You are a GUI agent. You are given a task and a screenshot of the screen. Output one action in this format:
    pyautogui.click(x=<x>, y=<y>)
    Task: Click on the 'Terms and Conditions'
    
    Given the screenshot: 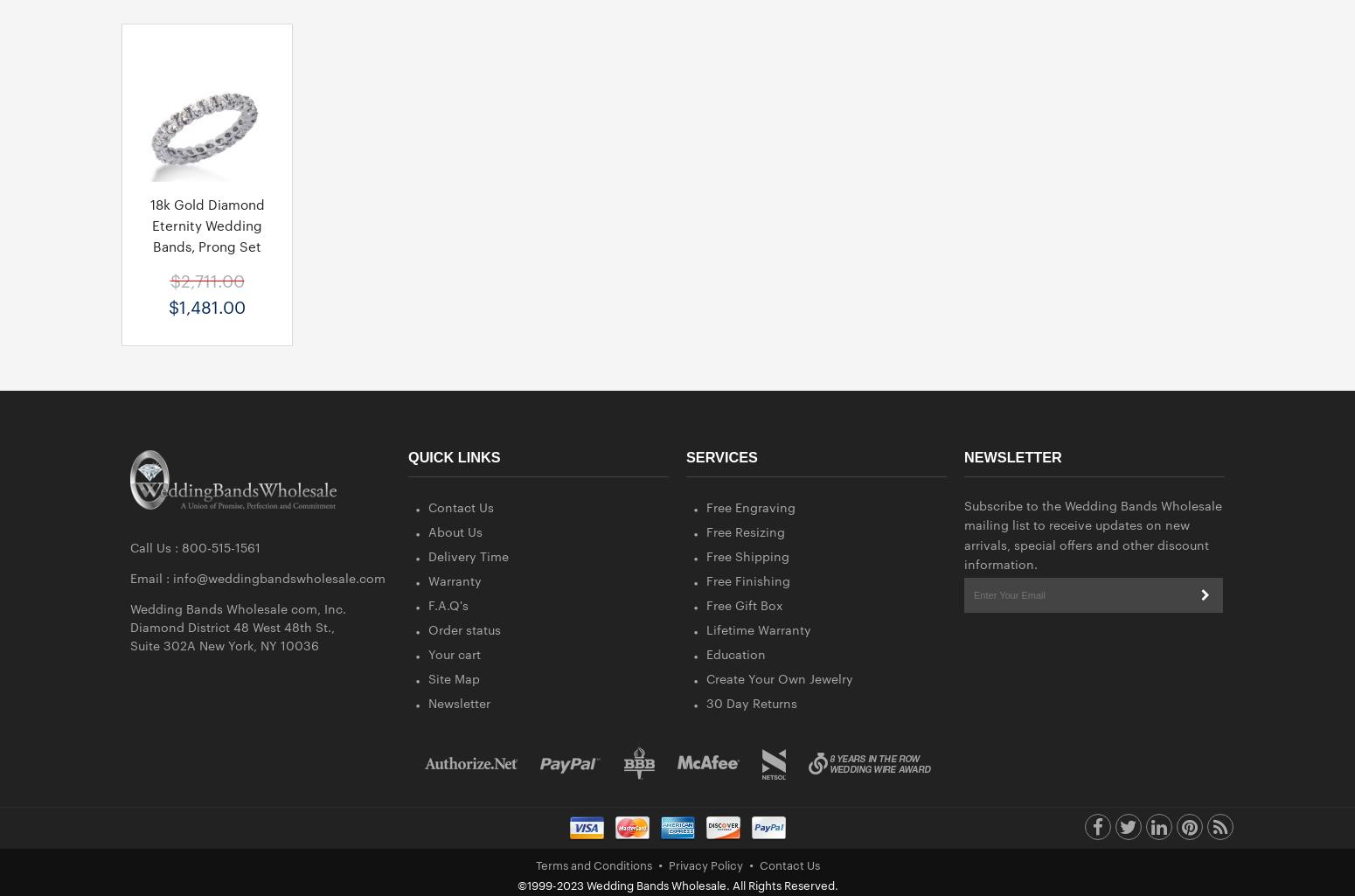 What is the action you would take?
    pyautogui.click(x=592, y=862)
    